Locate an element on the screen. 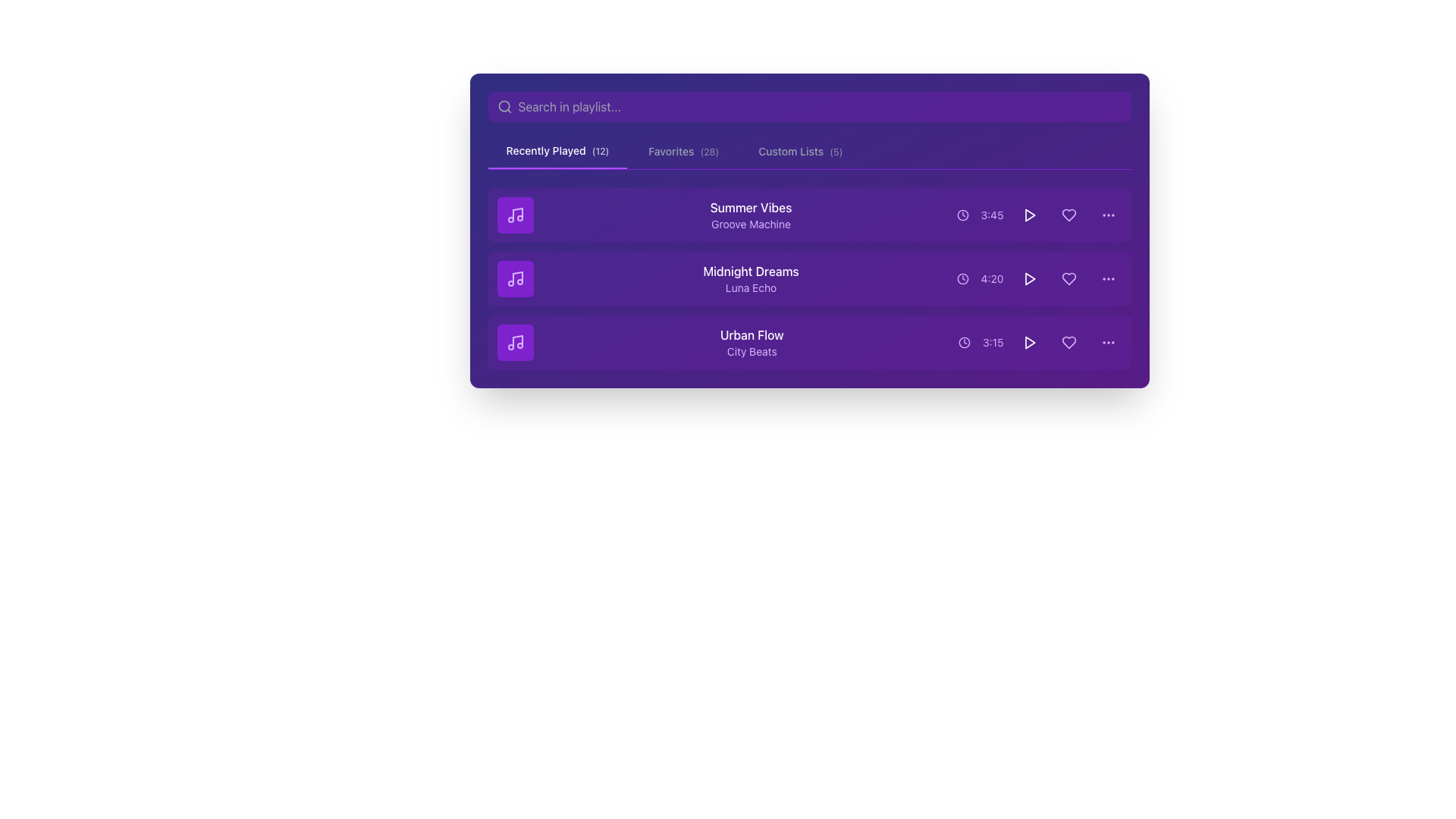 The width and height of the screenshot is (1456, 819). the third navigational tab in the top navigation bar that allows users to view or manage their custom lists is located at coordinates (799, 152).